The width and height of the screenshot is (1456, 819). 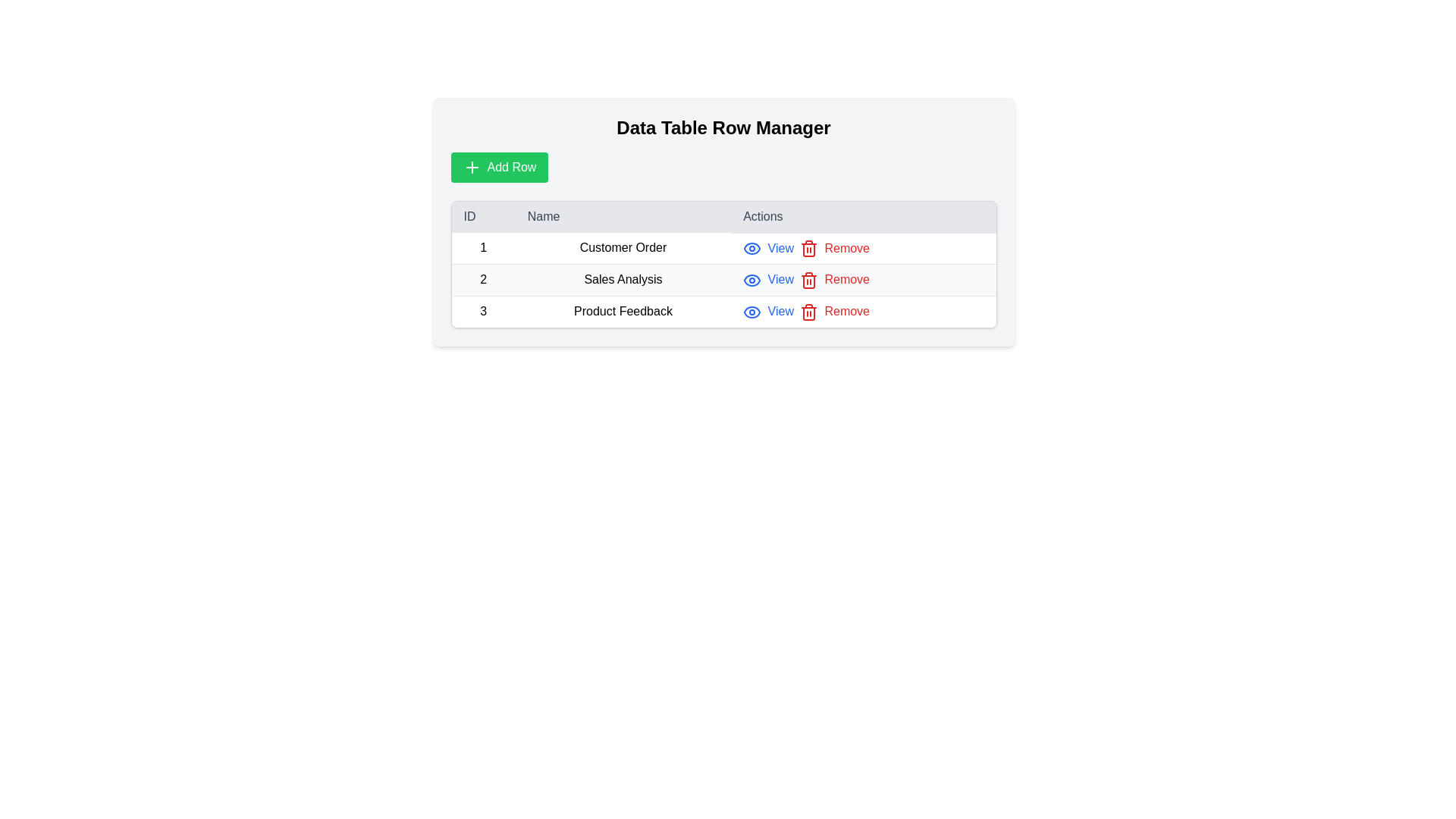 I want to click on the text link that allows users, so click(x=768, y=247).